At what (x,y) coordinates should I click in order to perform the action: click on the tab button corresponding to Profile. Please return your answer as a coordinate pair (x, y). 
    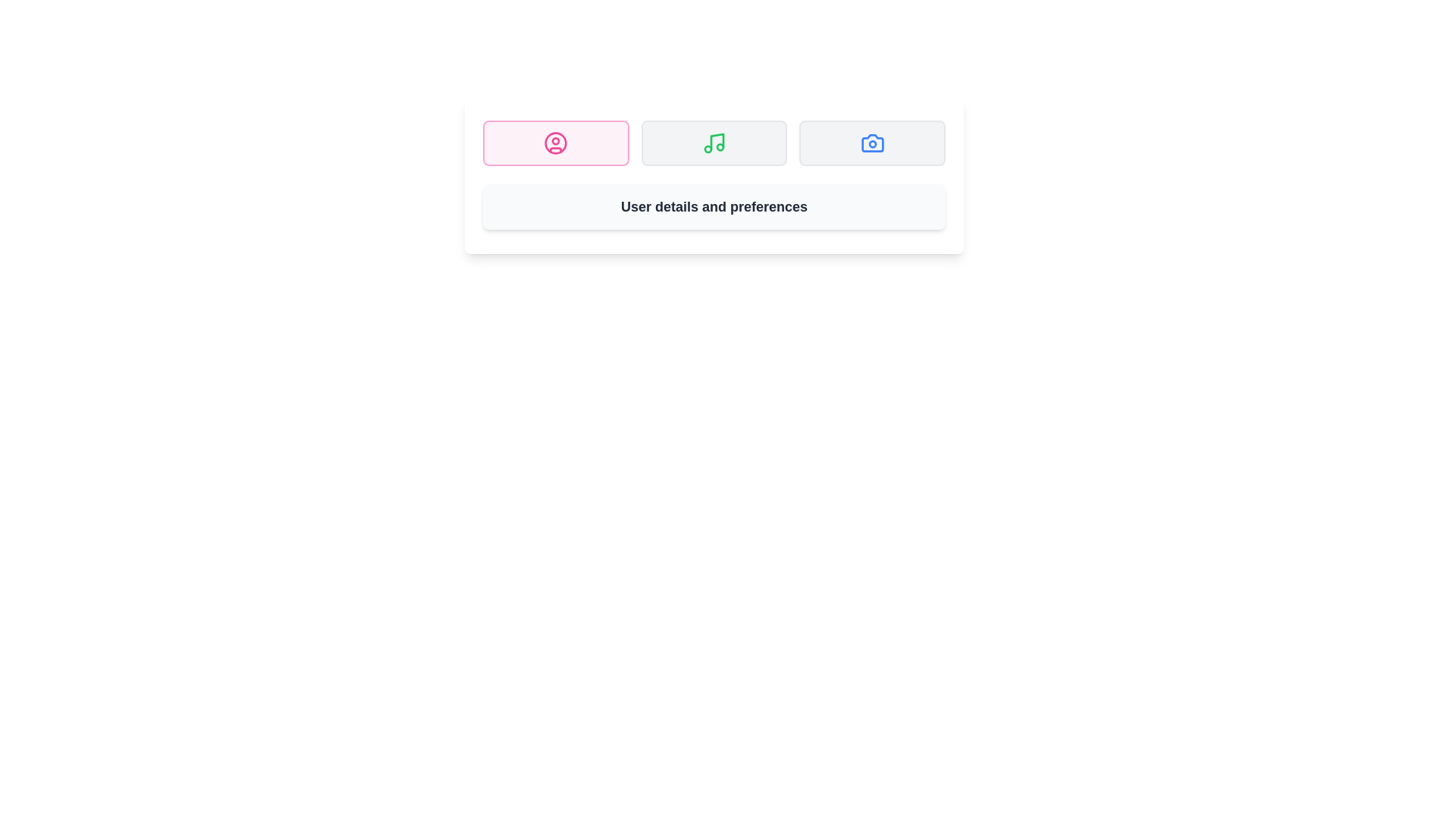
    Looking at the image, I should click on (555, 143).